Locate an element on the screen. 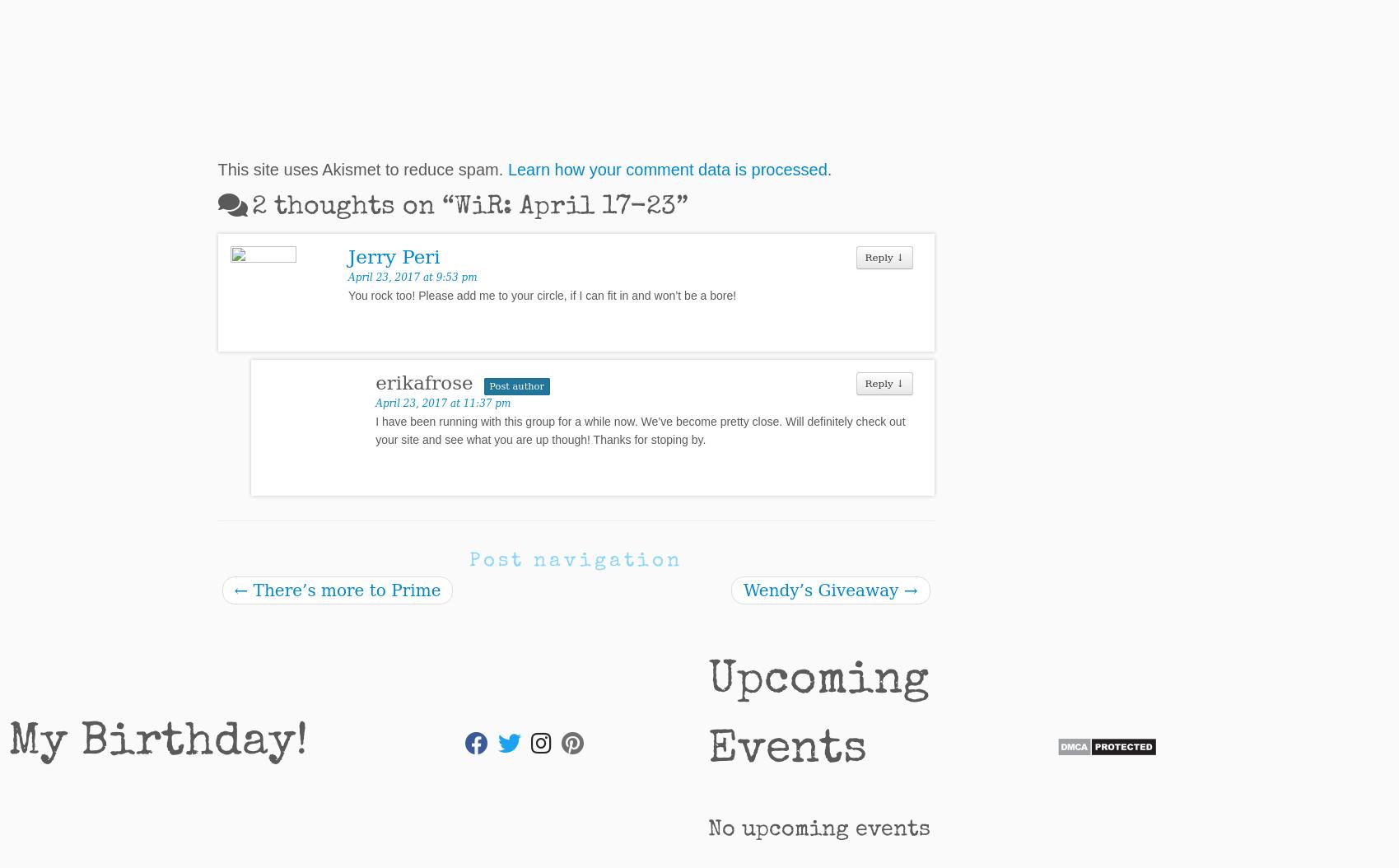 This screenshot has height=868, width=1399. 'No upcoming events' is located at coordinates (818, 828).